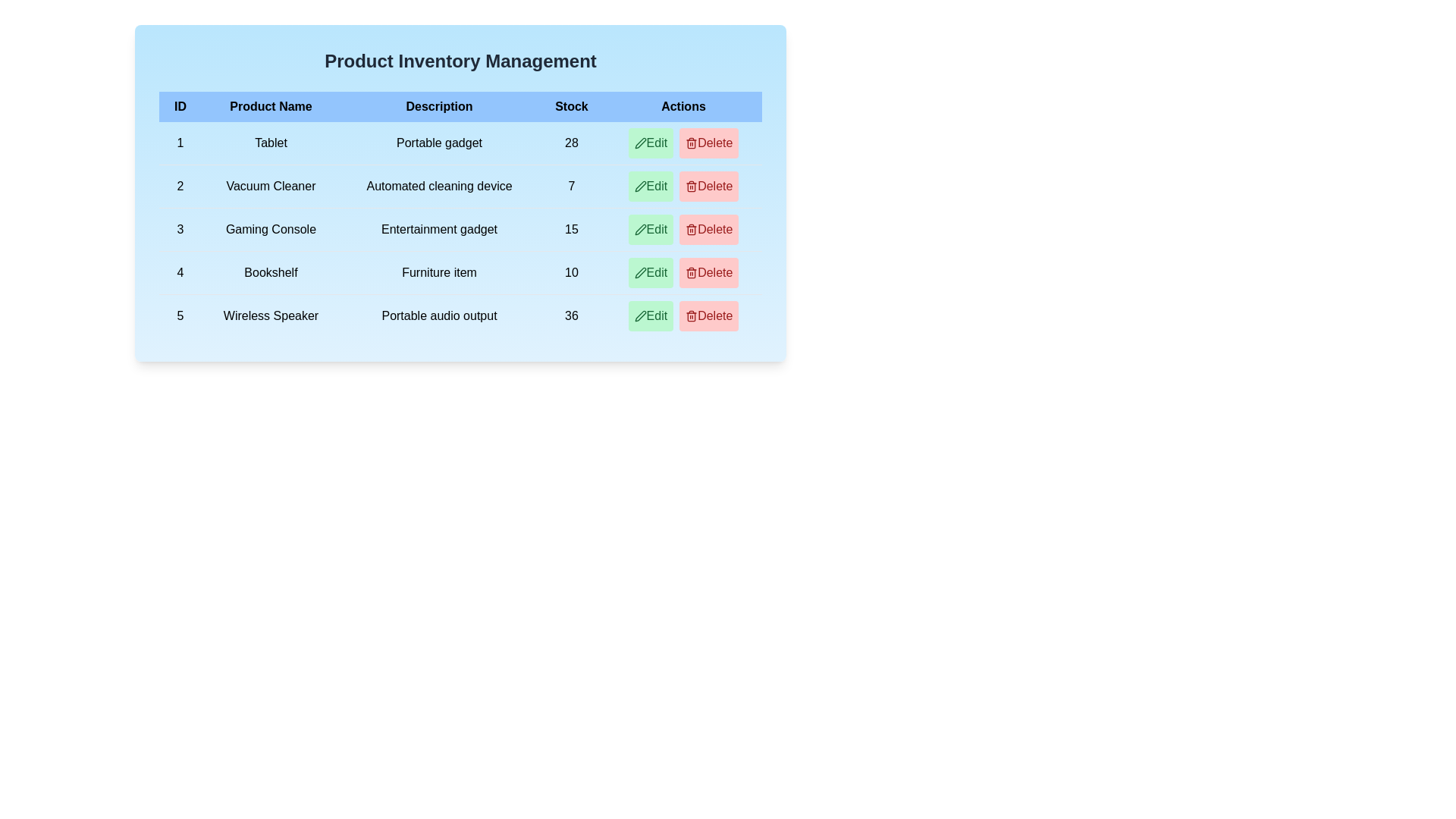 The width and height of the screenshot is (1456, 819). I want to click on the 'Edit' icon button located in the last row of the table under the 'Actions' column, so click(640, 315).